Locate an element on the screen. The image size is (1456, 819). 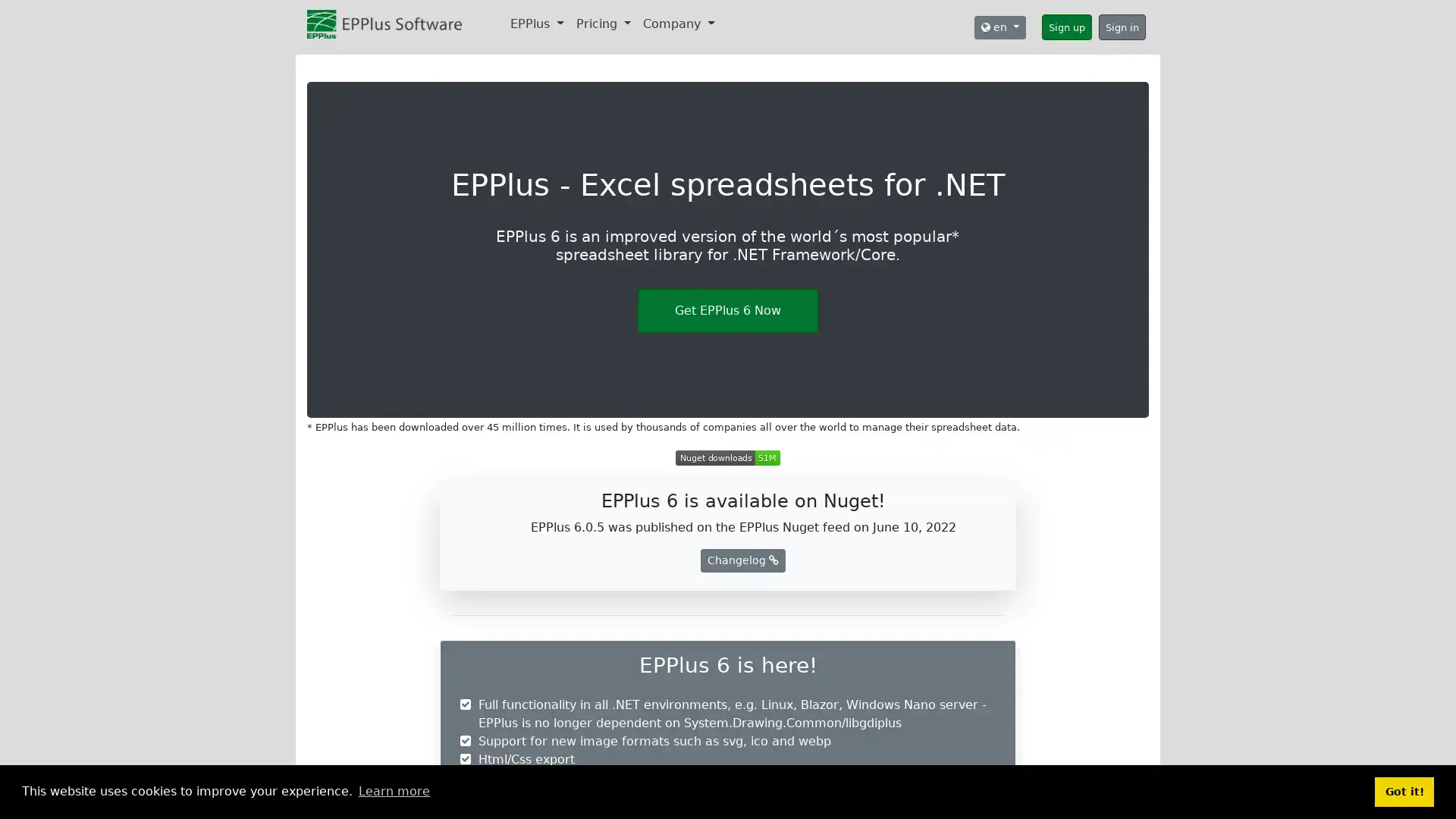
dismiss cookie message is located at coordinates (1404, 791).